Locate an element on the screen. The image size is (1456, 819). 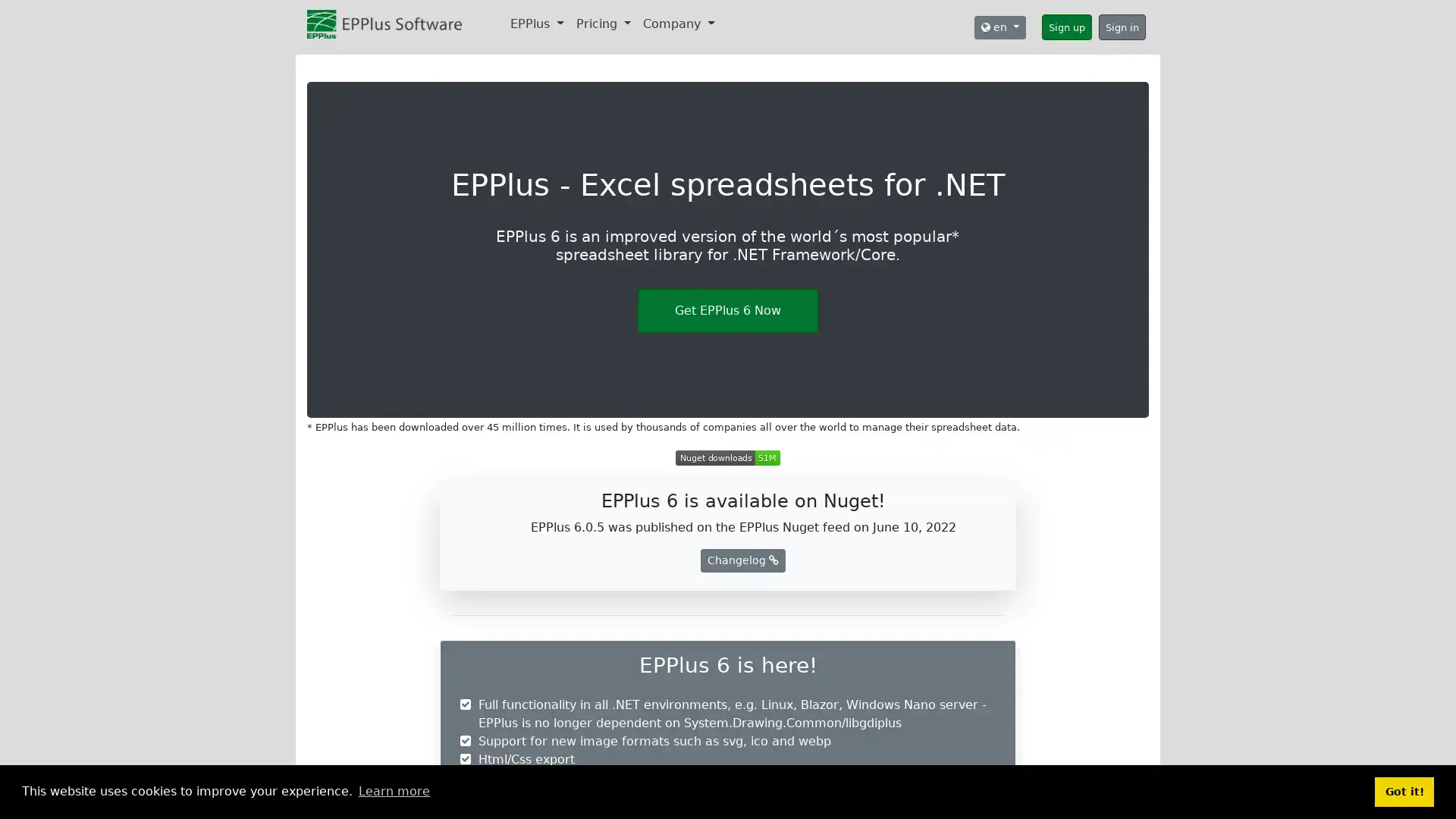
dismiss cookie message is located at coordinates (1404, 791).